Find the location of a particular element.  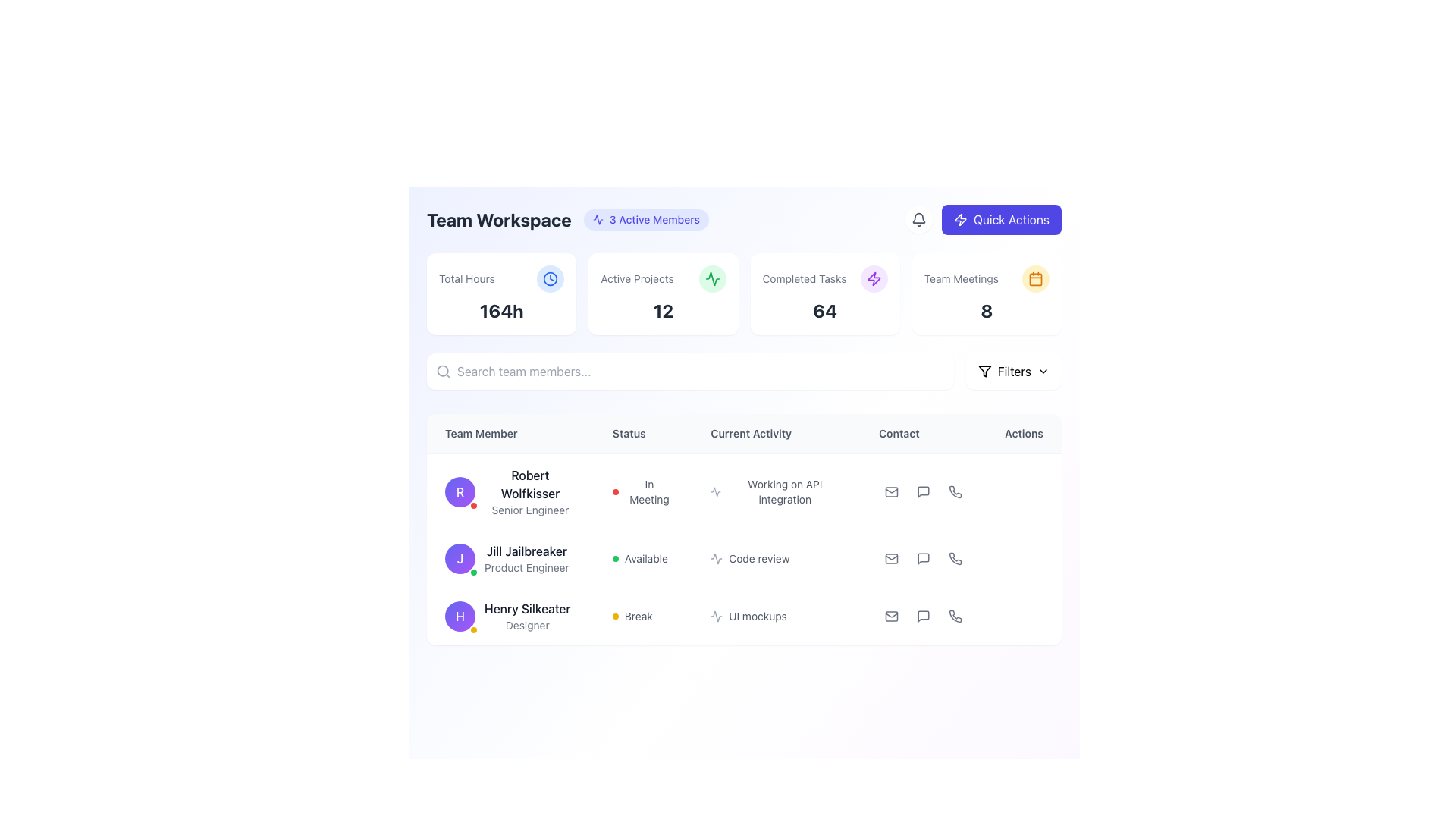

the Text label with icon indicating 'Team Meetings' located at the top-right corner of the card, which is the first noticeable feature above the number '8' is located at coordinates (987, 278).